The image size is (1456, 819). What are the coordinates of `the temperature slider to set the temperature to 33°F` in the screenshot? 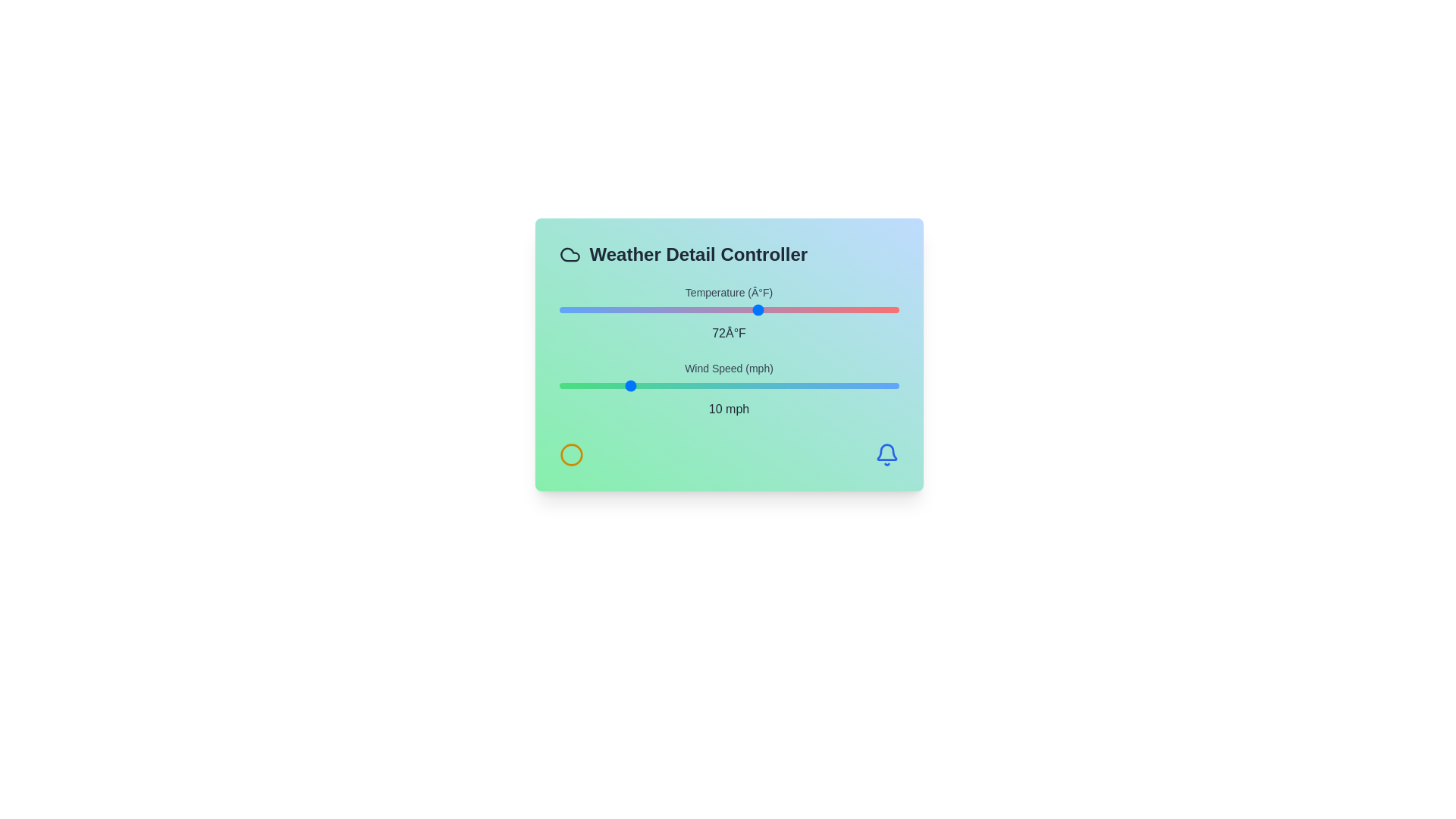 It's located at (563, 309).